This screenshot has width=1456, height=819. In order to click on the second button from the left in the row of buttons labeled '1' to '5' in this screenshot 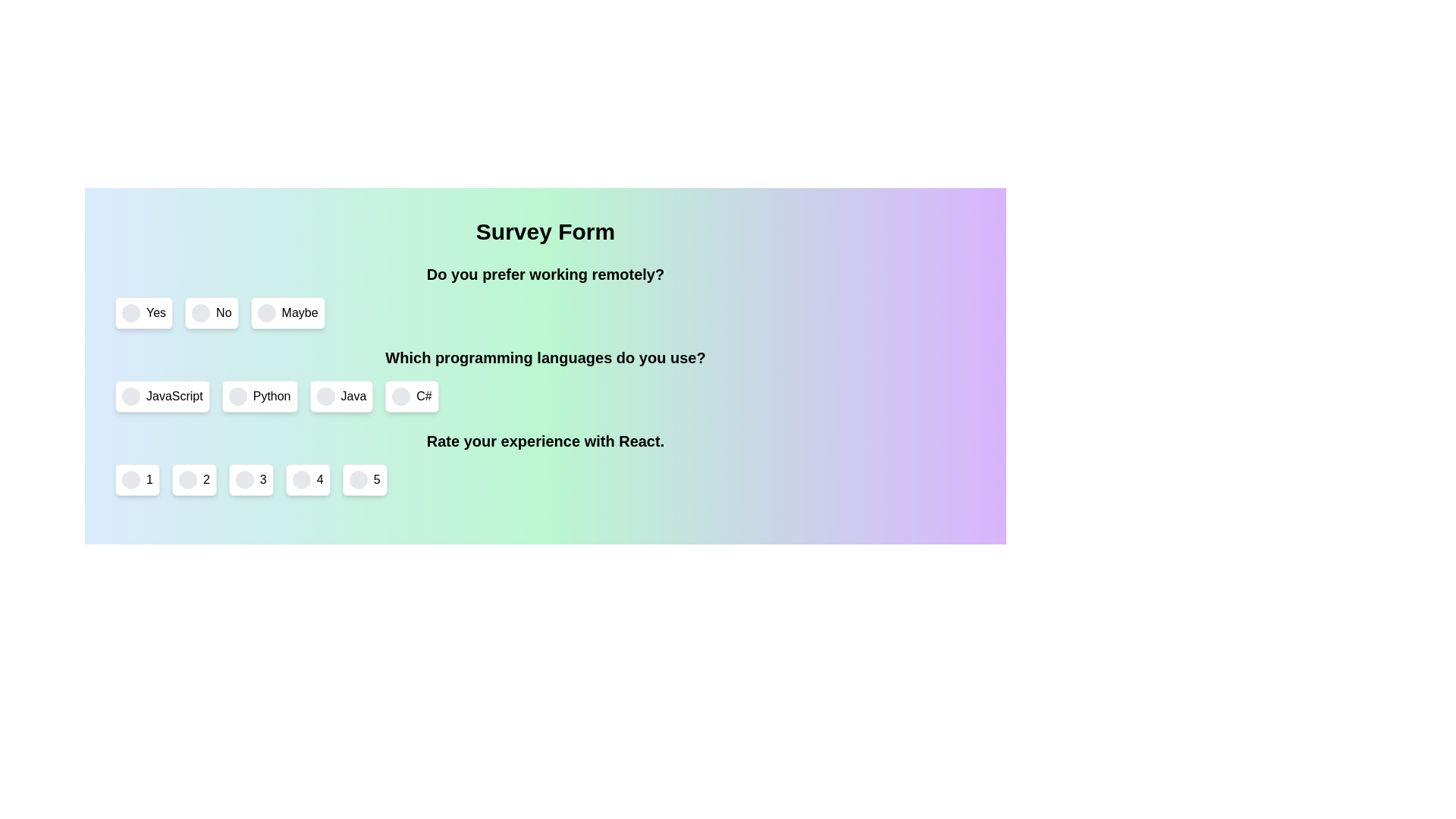, I will do `click(193, 479)`.